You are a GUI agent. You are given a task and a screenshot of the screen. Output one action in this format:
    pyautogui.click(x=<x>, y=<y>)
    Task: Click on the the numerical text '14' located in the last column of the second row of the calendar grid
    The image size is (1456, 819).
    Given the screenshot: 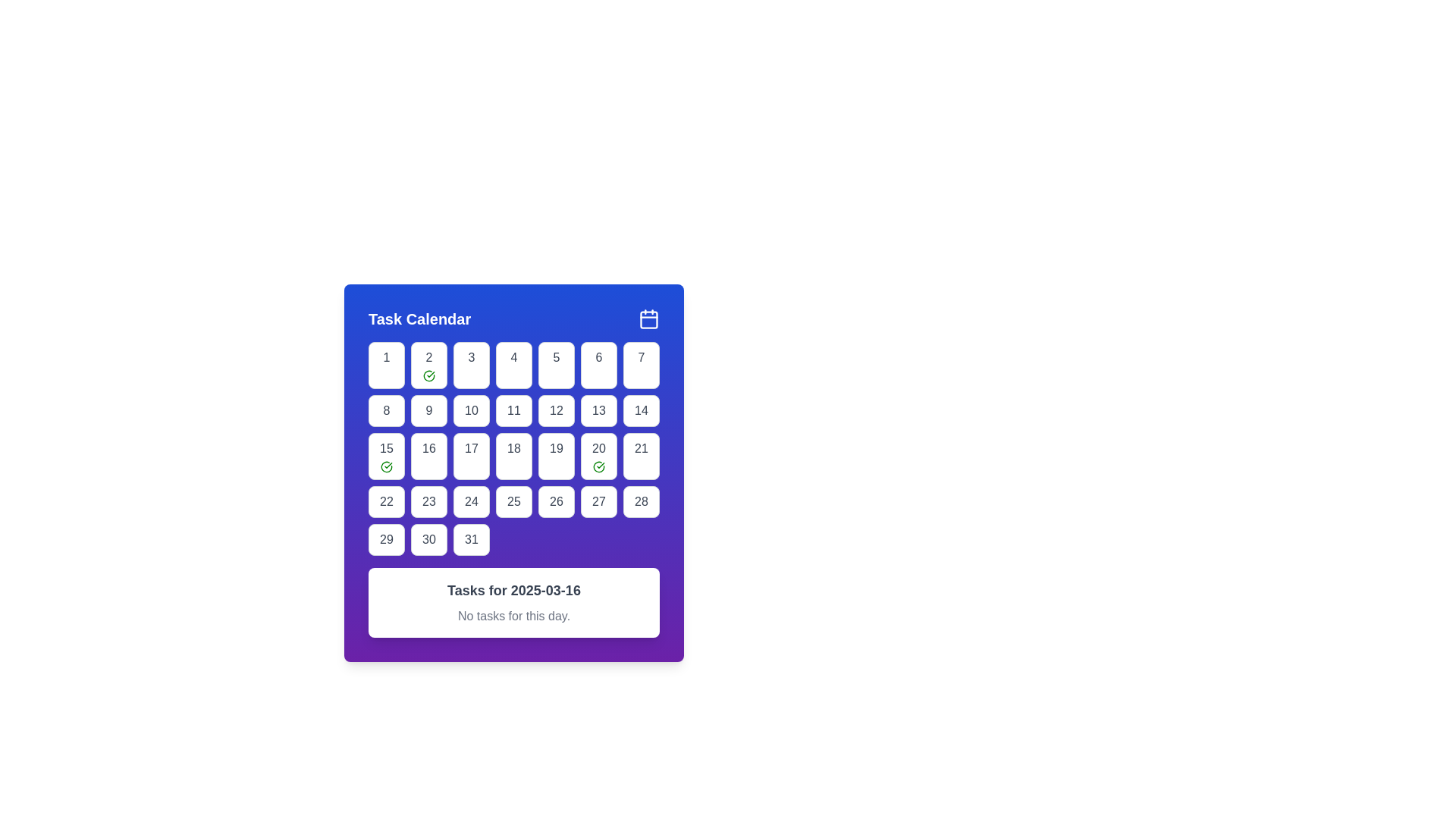 What is the action you would take?
    pyautogui.click(x=641, y=411)
    